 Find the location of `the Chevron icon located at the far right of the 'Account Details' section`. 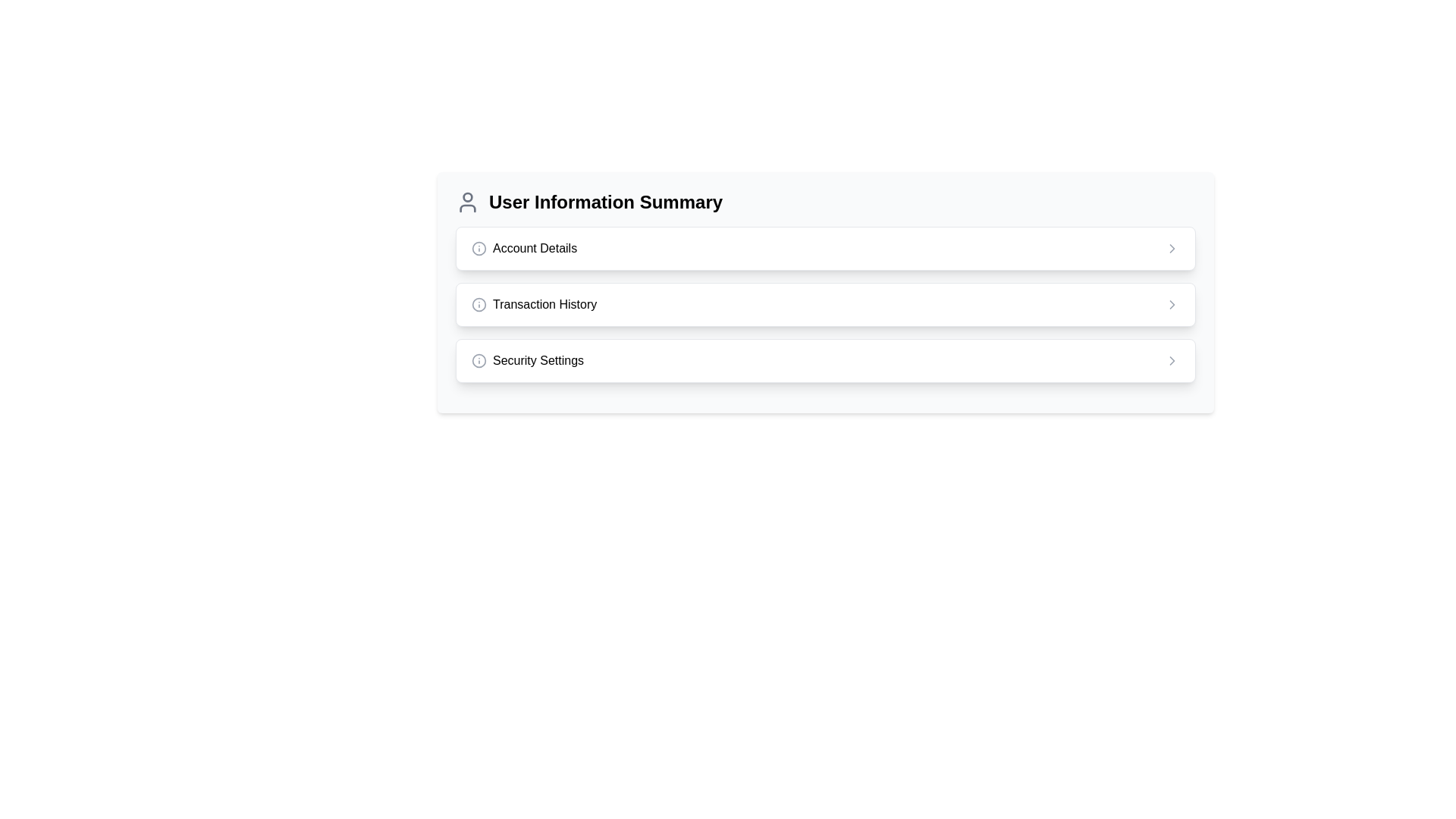

the Chevron icon located at the far right of the 'Account Details' section is located at coordinates (1171, 247).